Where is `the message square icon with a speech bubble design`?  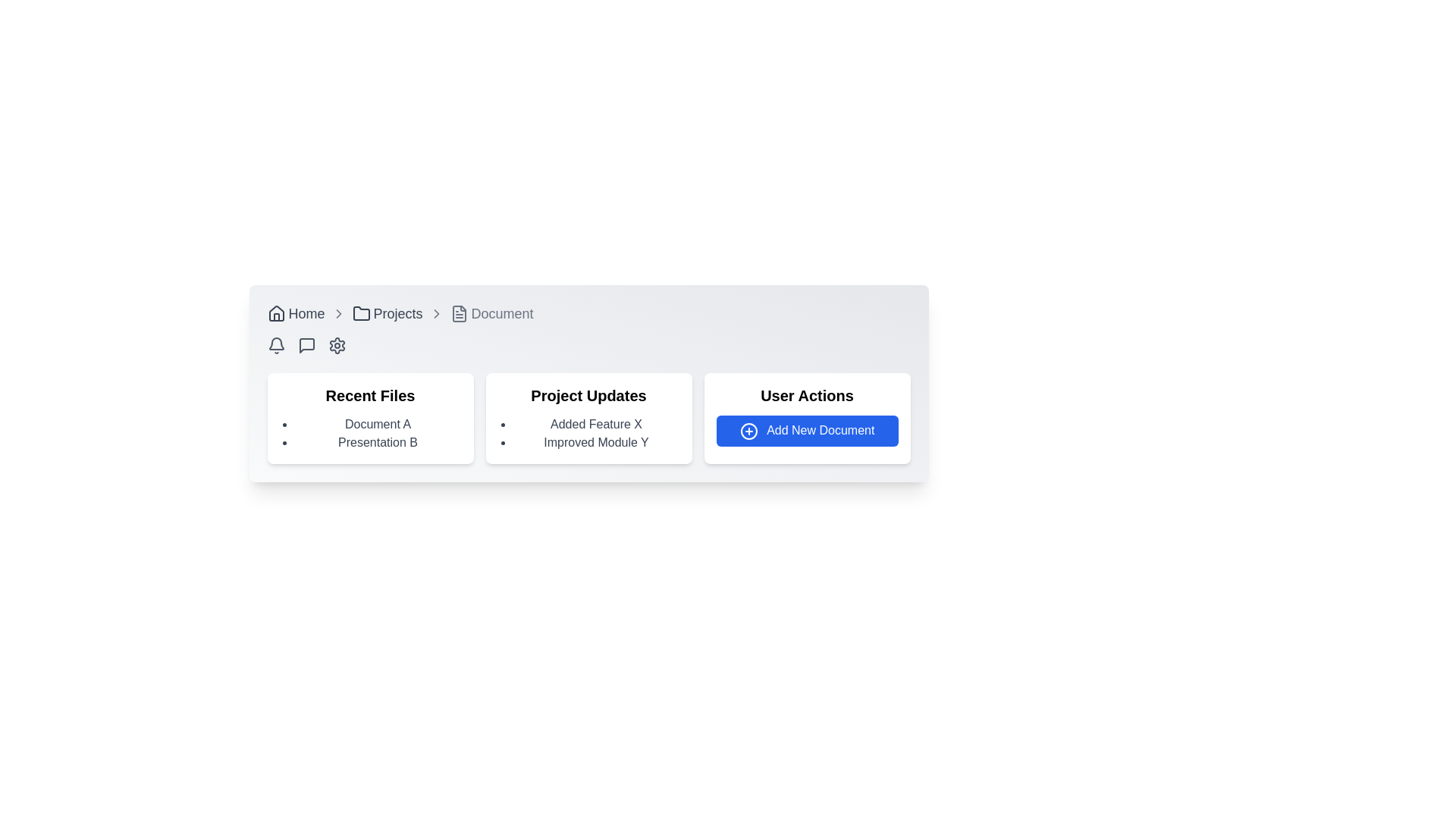 the message square icon with a speech bubble design is located at coordinates (306, 345).